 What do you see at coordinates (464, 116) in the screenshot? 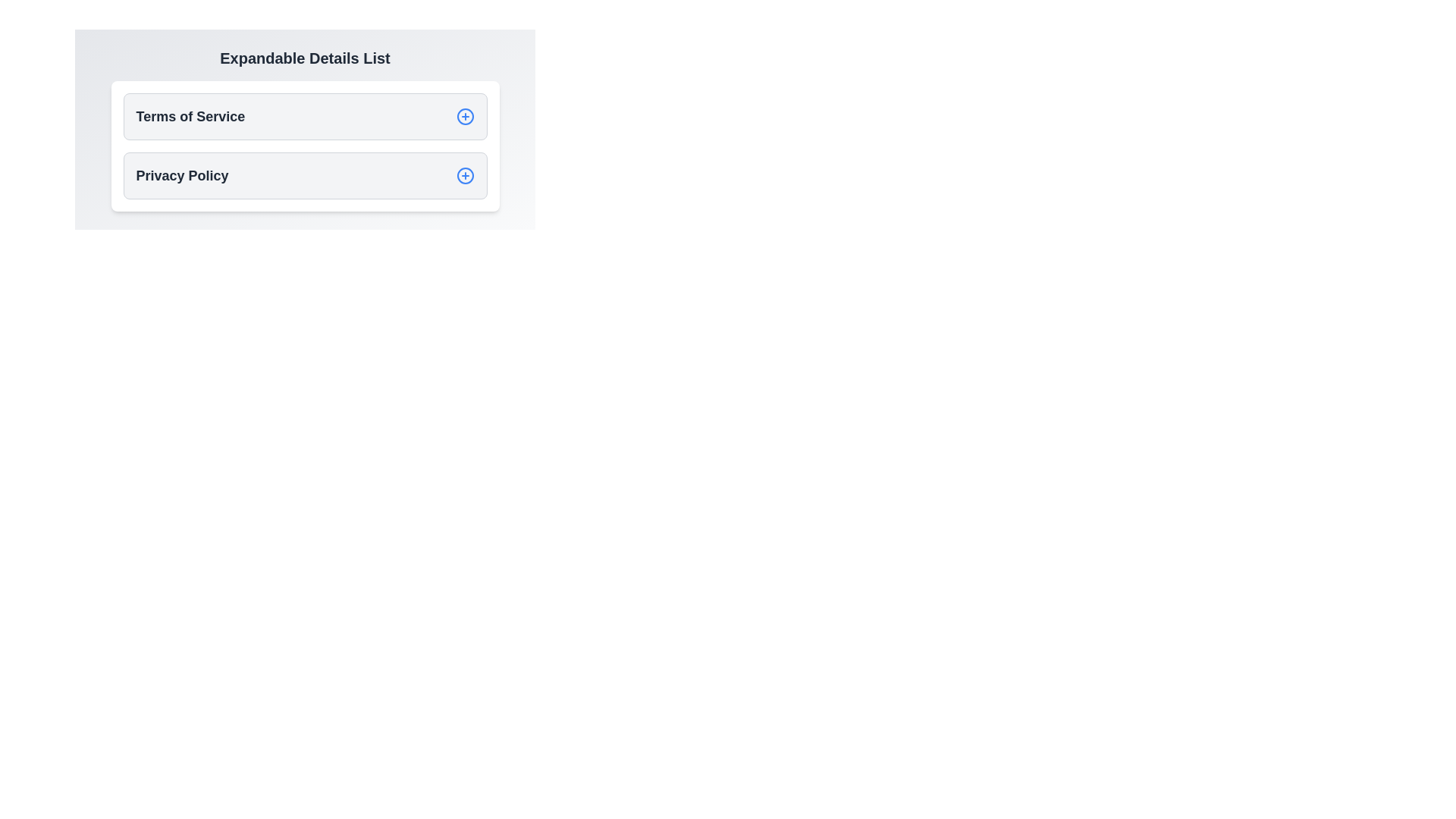
I see `the button located to the far right of the 'Terms of Service' label` at bounding box center [464, 116].